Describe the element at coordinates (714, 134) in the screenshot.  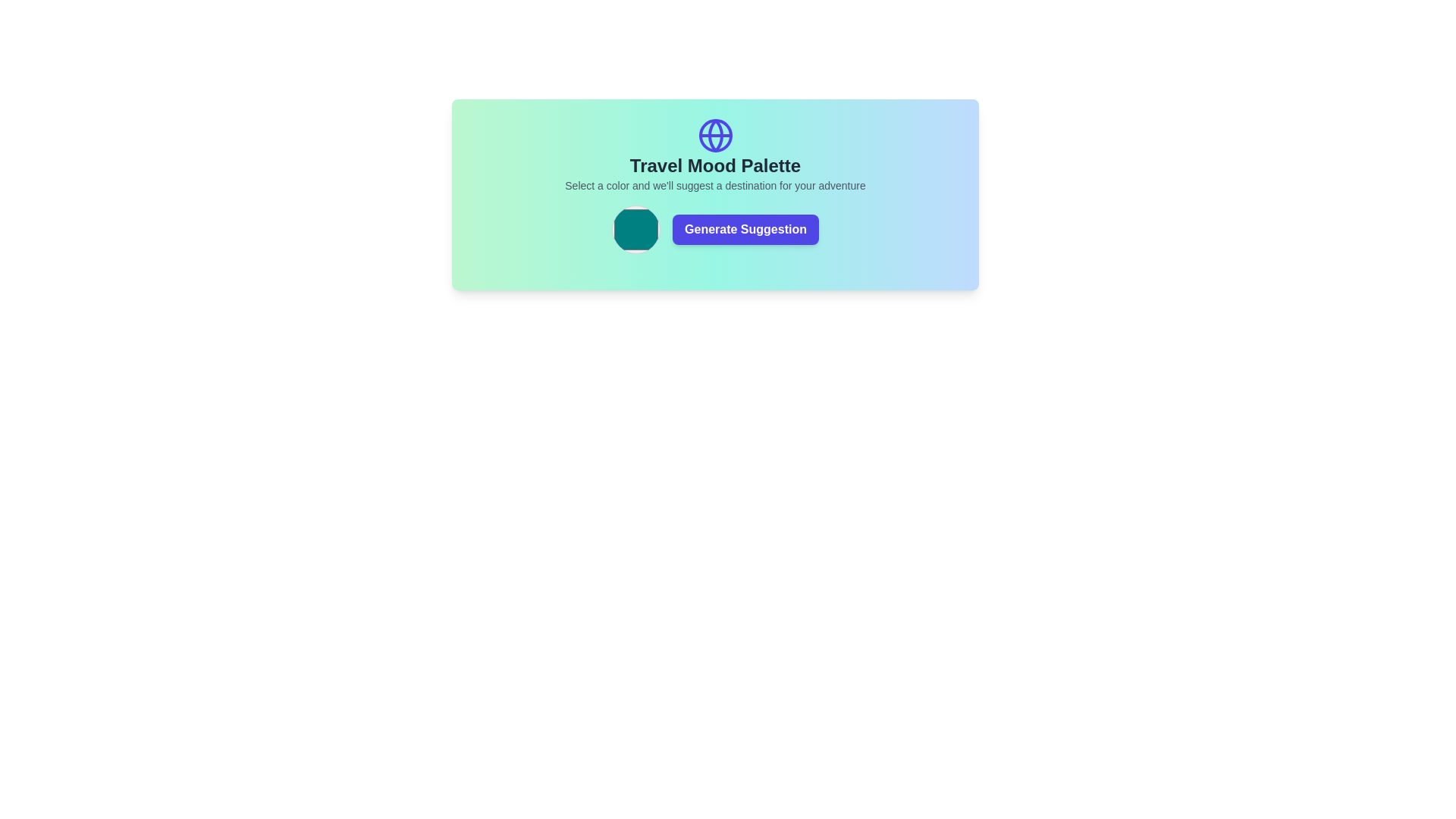
I see `the decorative travel icon located centrally in the 'Travel Mood Palette' section, positioned above its title and descriptive text` at that location.